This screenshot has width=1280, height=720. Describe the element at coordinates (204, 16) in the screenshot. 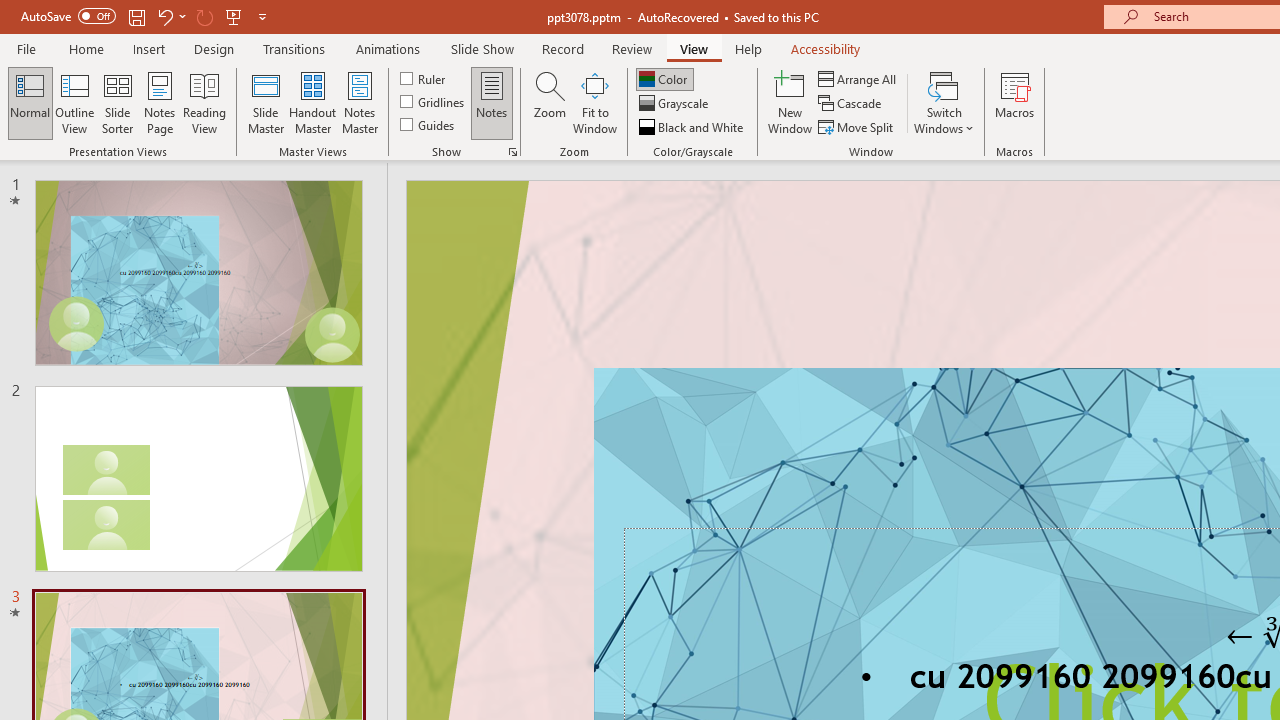

I see `'Redo'` at that location.